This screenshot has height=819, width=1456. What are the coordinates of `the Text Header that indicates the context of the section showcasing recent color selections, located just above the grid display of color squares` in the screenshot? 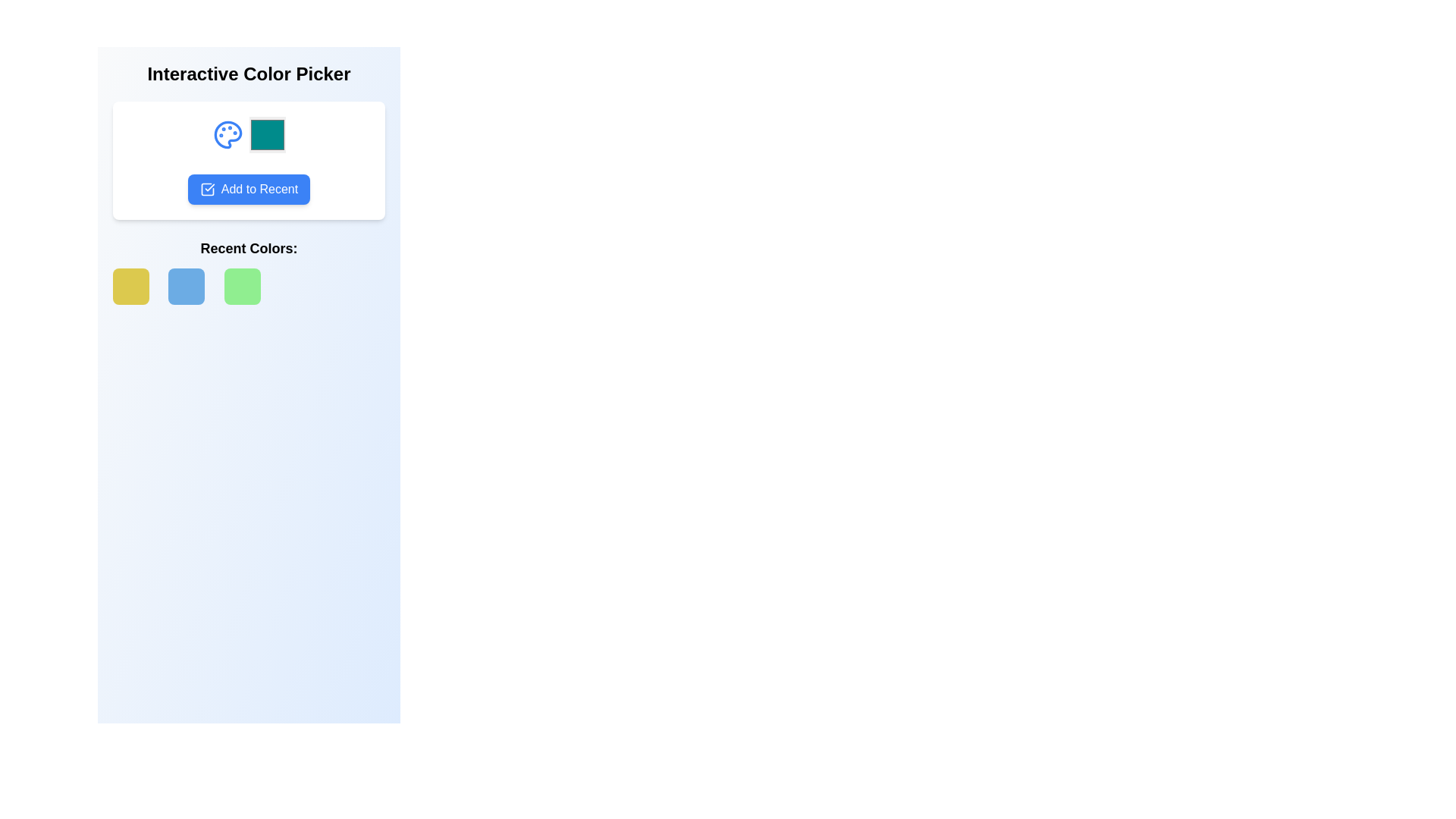 It's located at (249, 247).